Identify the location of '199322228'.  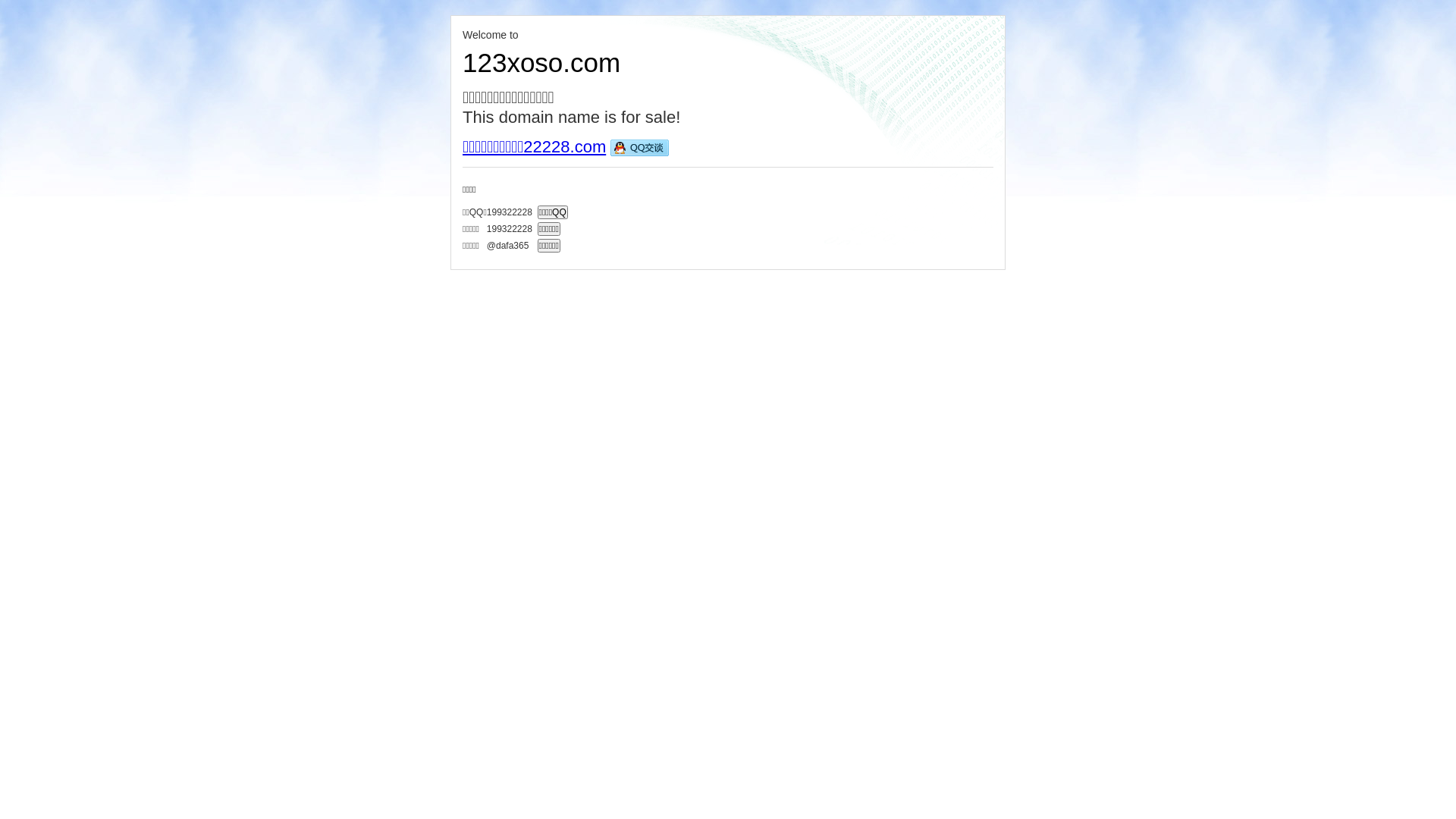
(510, 211).